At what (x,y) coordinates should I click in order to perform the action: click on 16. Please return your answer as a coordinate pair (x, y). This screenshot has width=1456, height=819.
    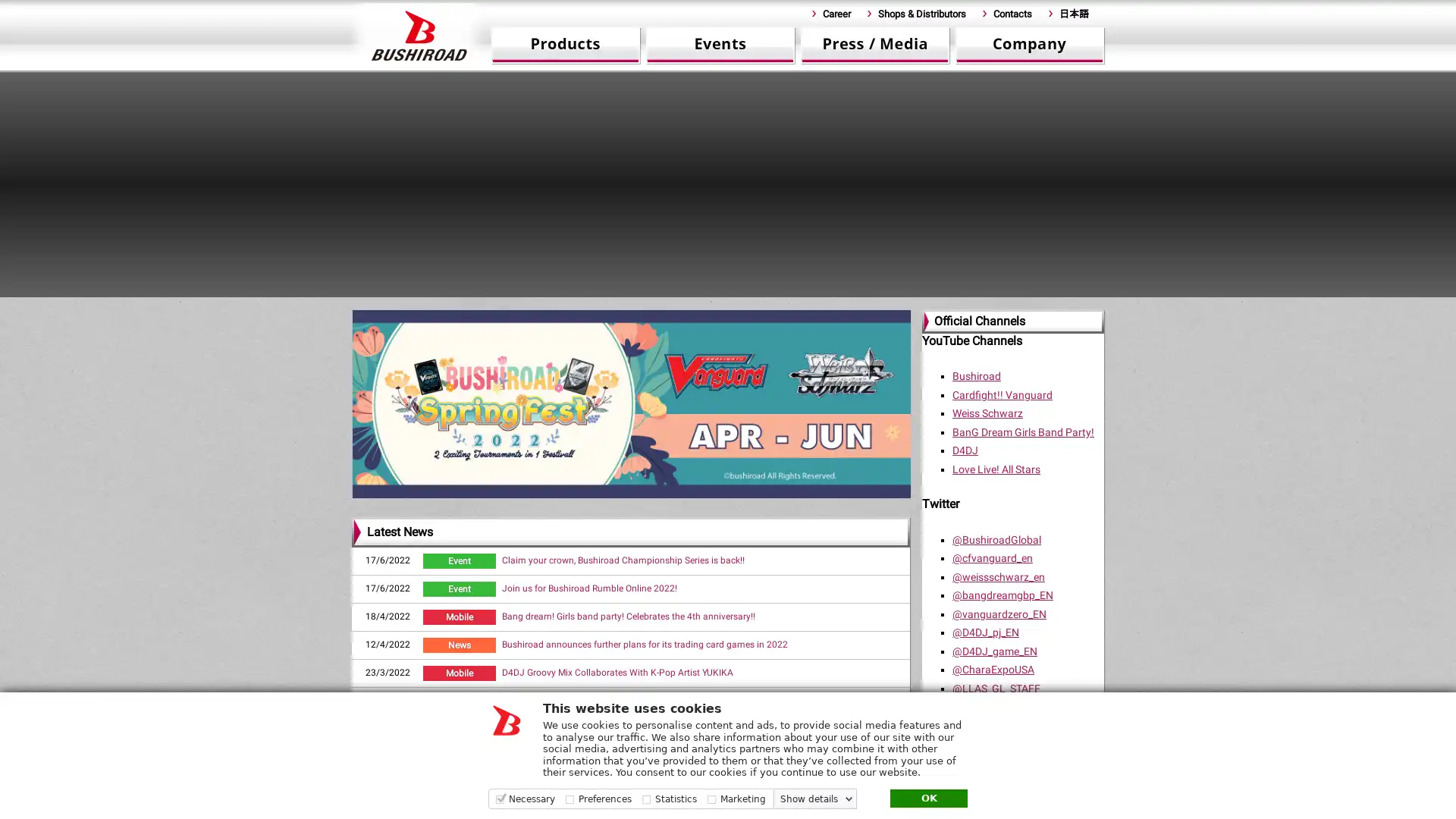
    Looking at the image, I should click on (899, 291).